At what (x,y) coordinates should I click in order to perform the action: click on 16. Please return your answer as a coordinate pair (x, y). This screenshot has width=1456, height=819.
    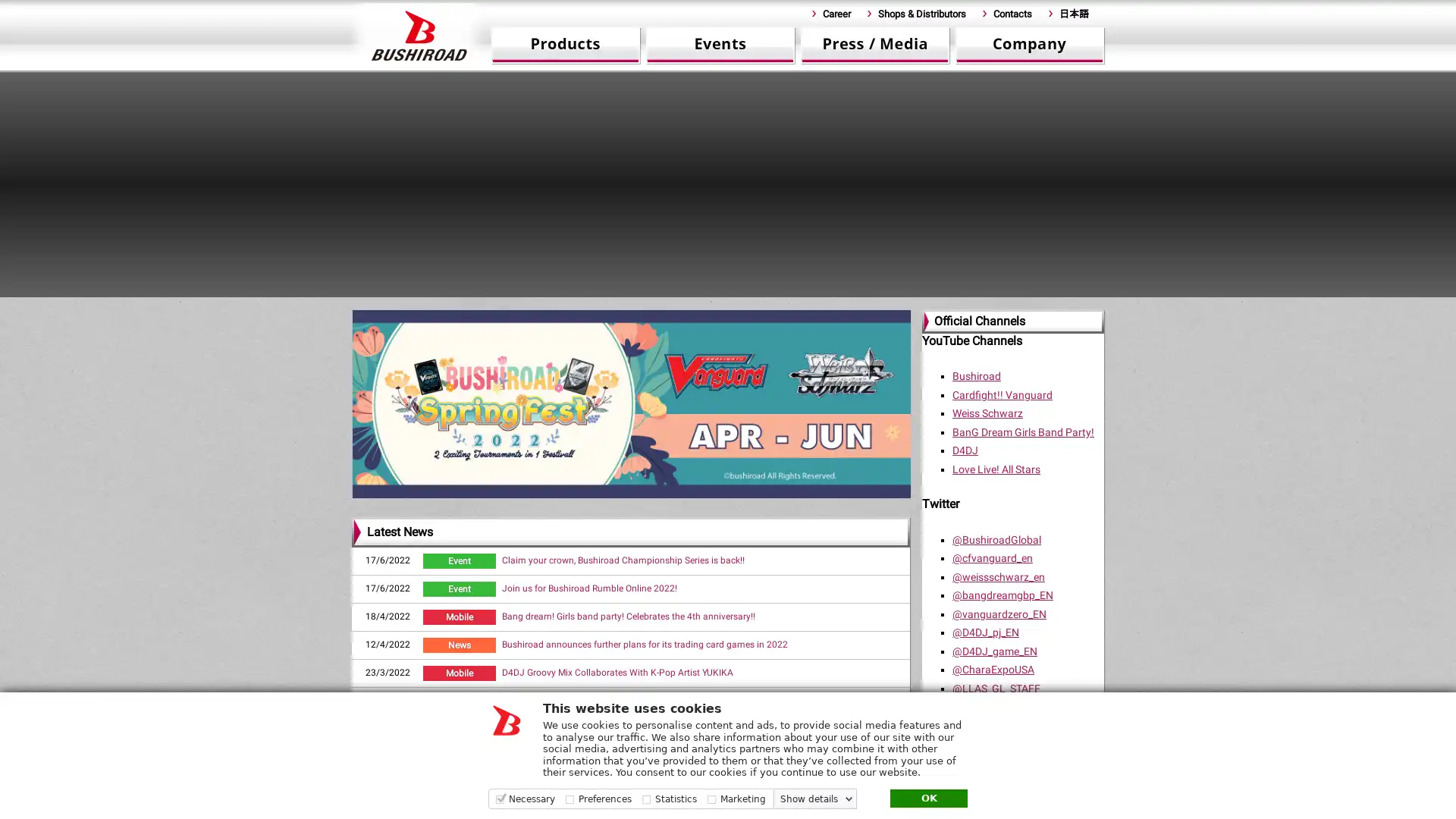
    Looking at the image, I should click on (899, 291).